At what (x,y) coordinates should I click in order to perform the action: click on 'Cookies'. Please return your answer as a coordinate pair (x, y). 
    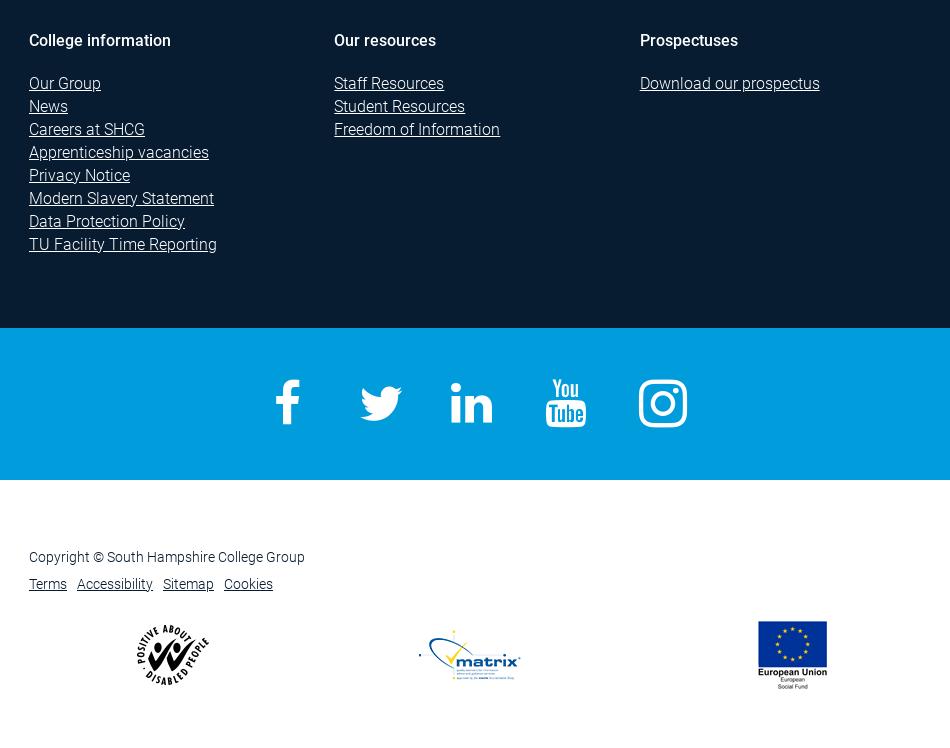
    Looking at the image, I should click on (247, 584).